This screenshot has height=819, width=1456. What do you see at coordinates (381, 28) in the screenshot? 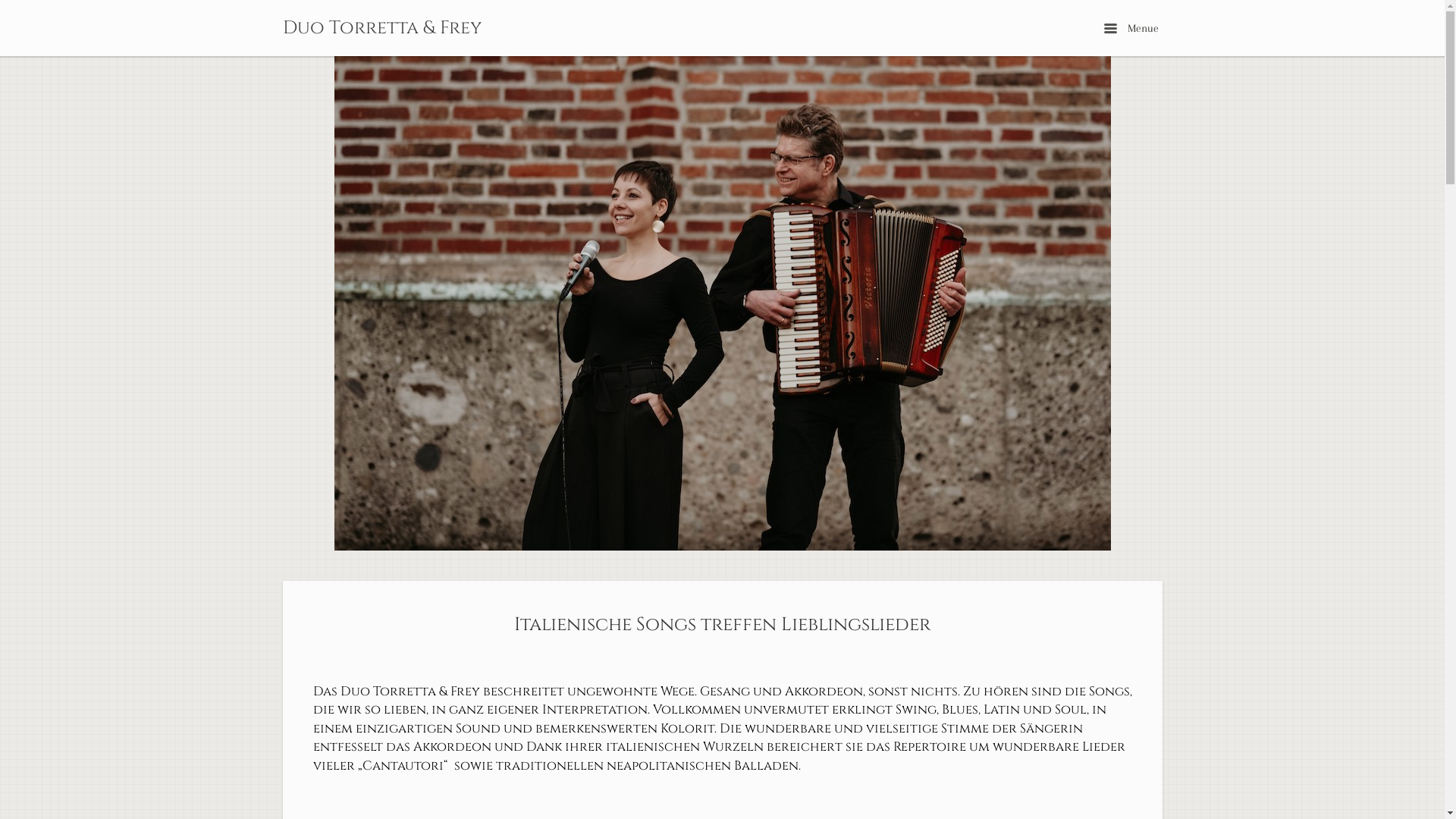
I see `'Duo Torretta & Frey'` at bounding box center [381, 28].